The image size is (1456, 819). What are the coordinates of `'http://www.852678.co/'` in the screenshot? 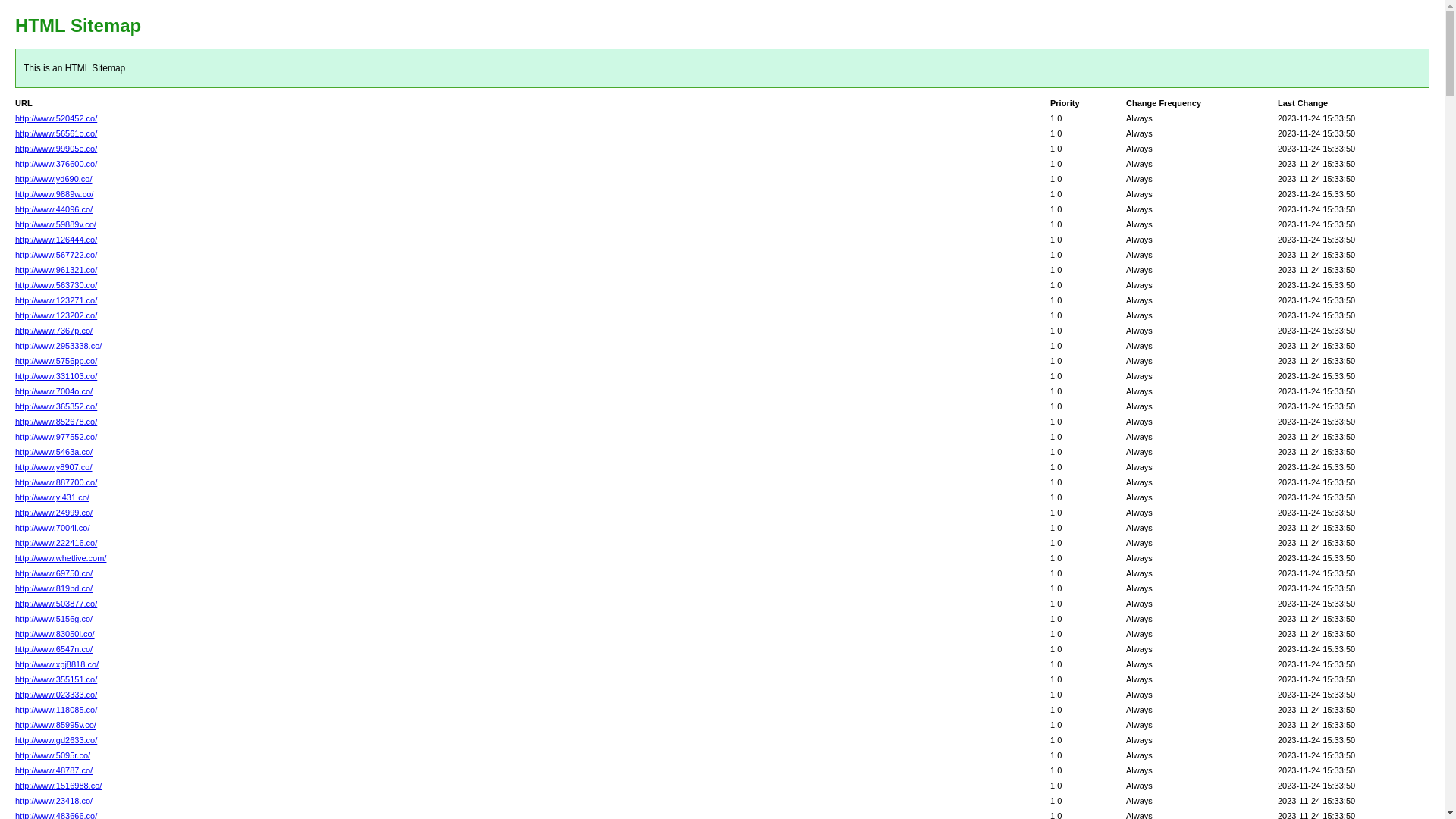 It's located at (55, 421).